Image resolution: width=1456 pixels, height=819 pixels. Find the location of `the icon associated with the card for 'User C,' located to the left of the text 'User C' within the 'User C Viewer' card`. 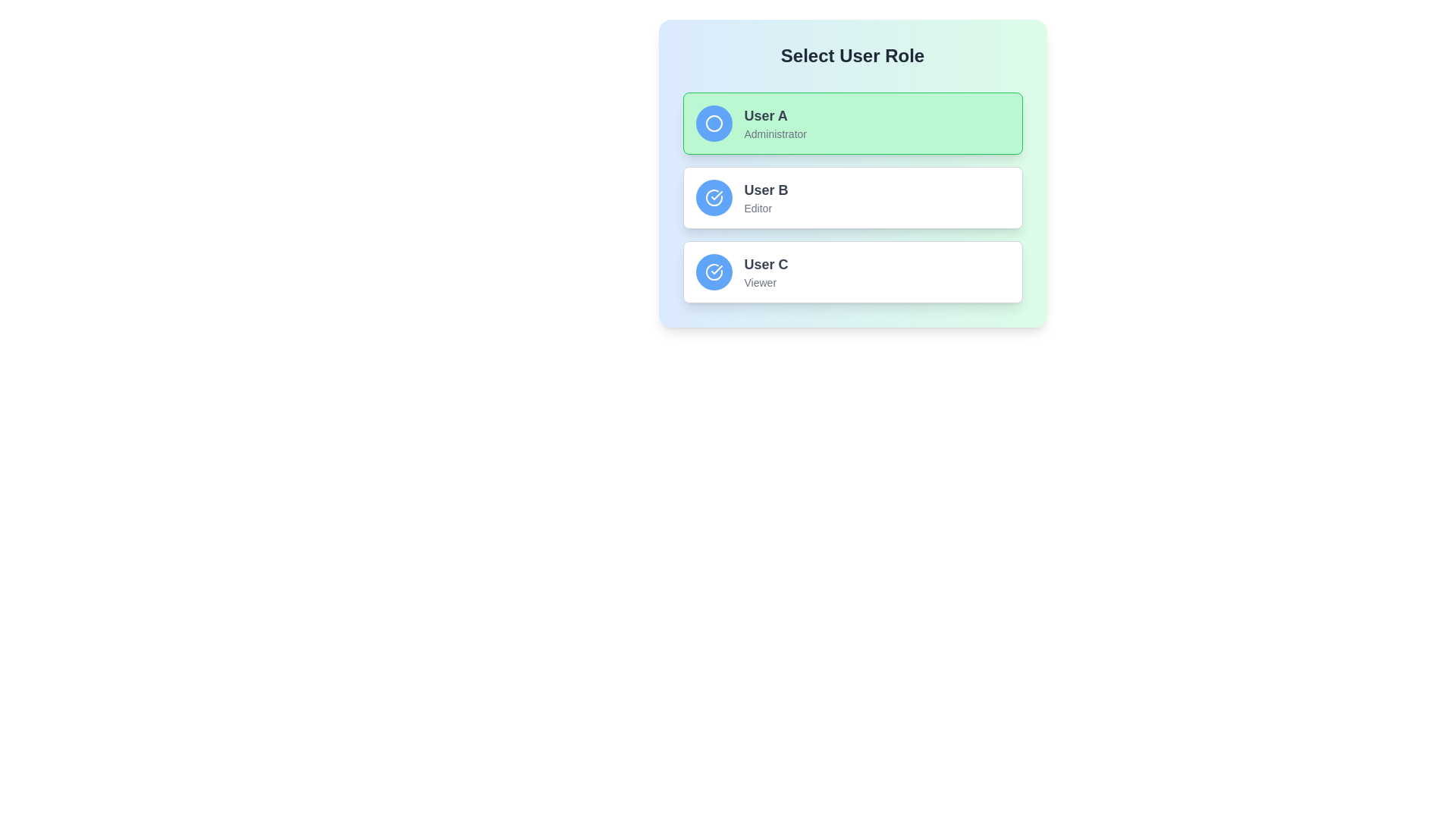

the icon associated with the card for 'User C,' located to the left of the text 'User C' within the 'User C Viewer' card is located at coordinates (713, 271).